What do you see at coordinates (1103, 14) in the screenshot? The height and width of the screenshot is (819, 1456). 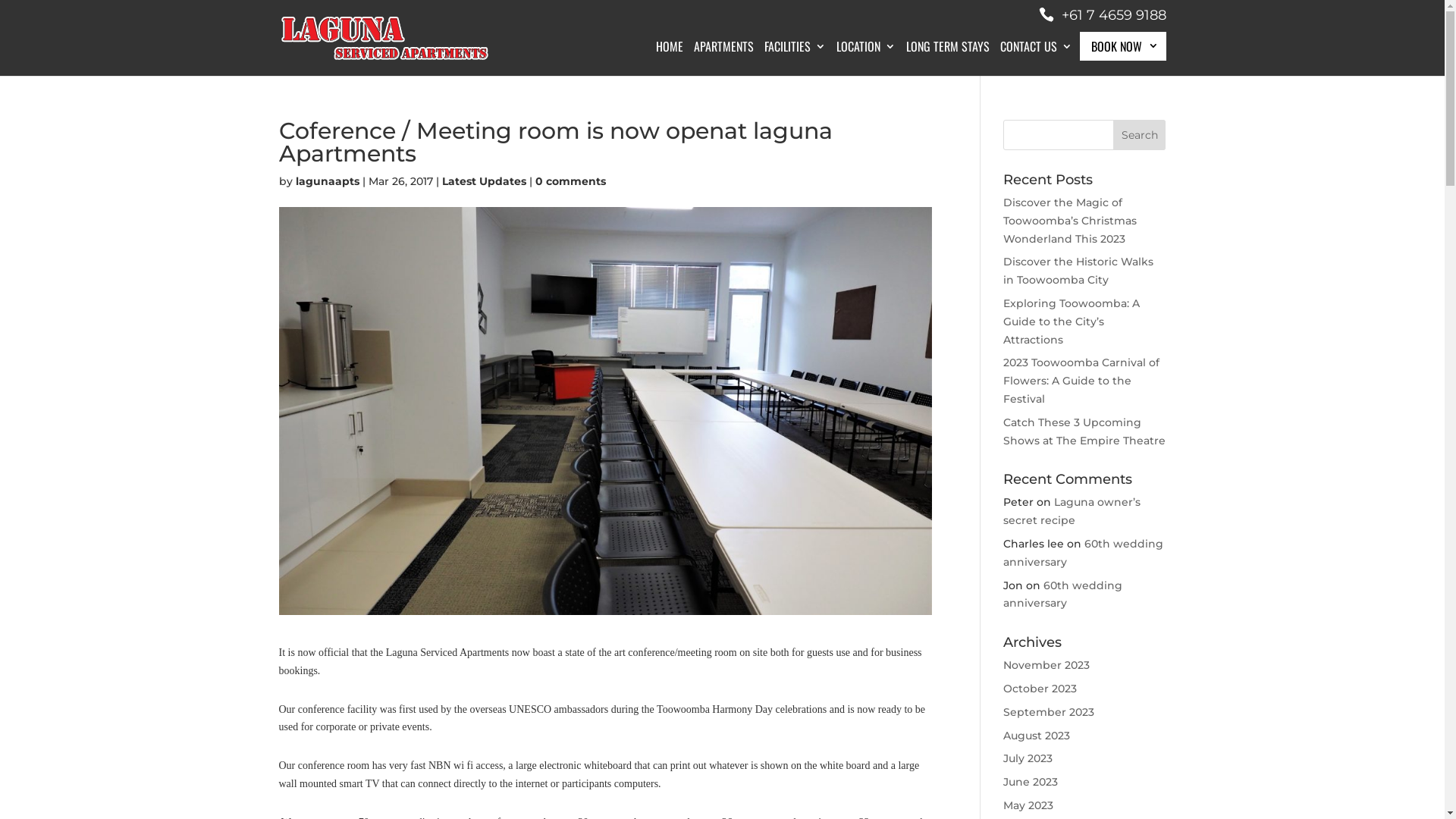 I see `'+61 7 4659 9188'` at bounding box center [1103, 14].